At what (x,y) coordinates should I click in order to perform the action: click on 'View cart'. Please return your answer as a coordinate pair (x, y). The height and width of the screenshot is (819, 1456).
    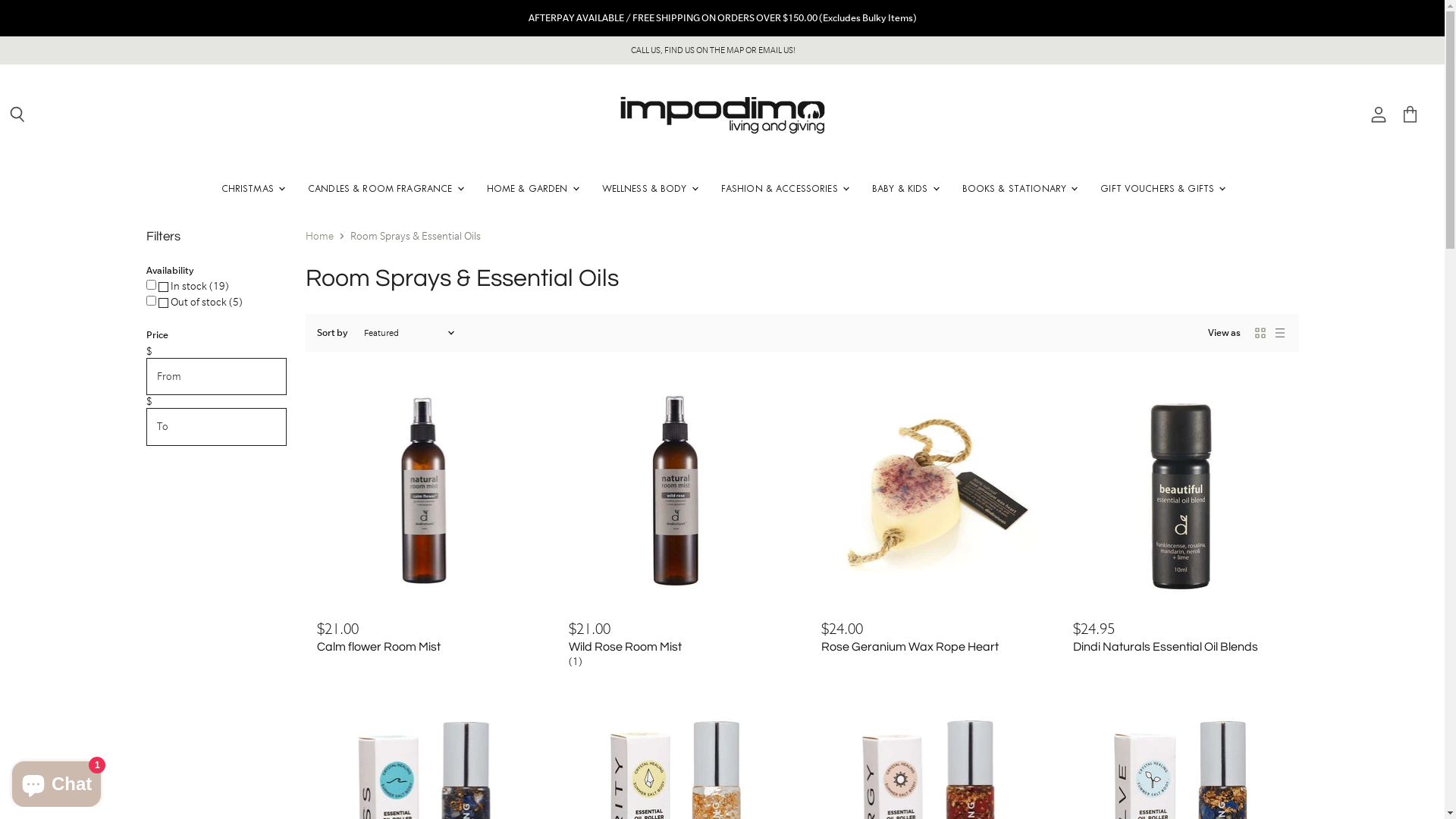
    Looking at the image, I should click on (1409, 114).